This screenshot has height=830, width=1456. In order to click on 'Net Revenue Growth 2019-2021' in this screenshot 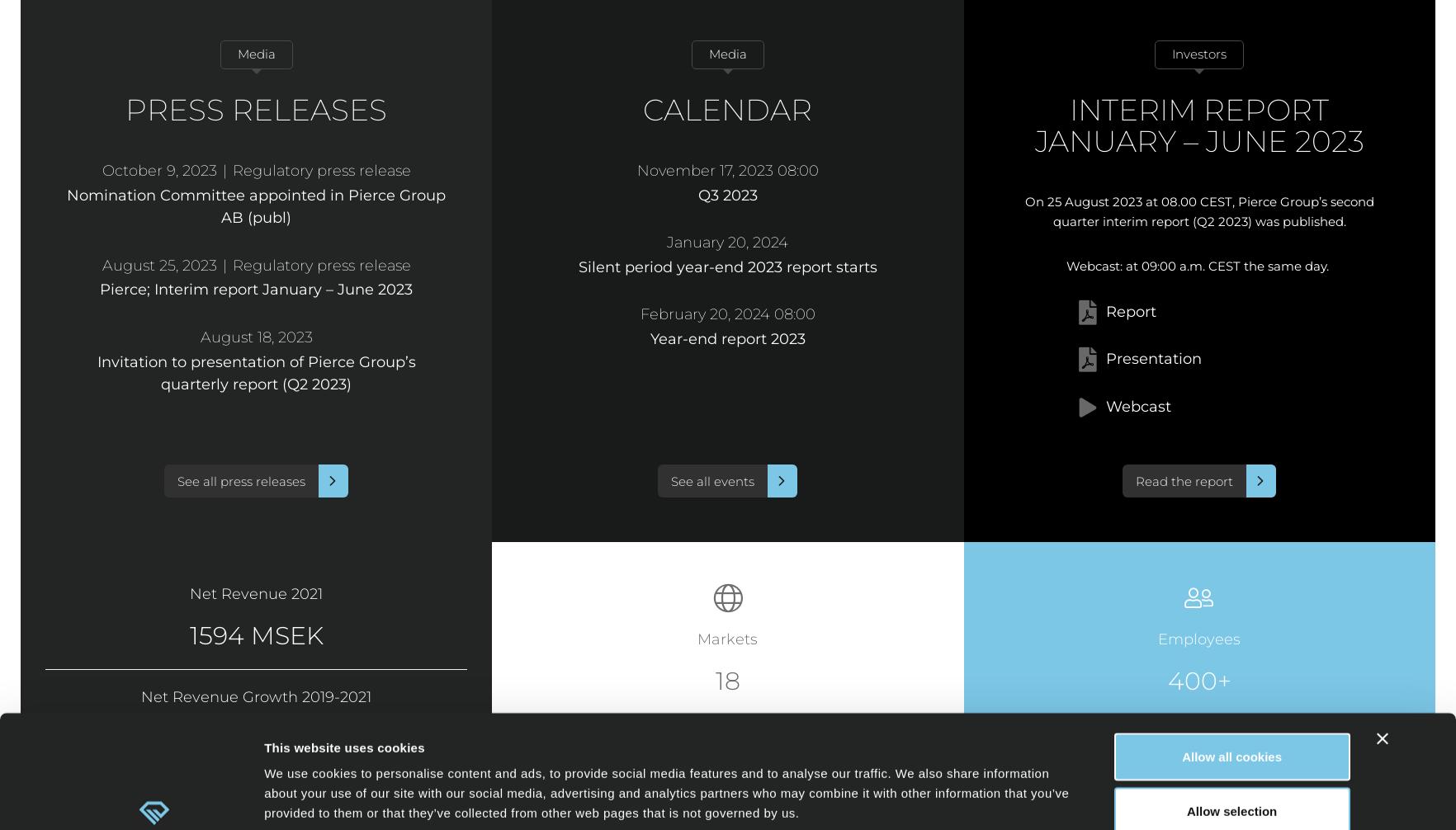, I will do `click(256, 696)`.